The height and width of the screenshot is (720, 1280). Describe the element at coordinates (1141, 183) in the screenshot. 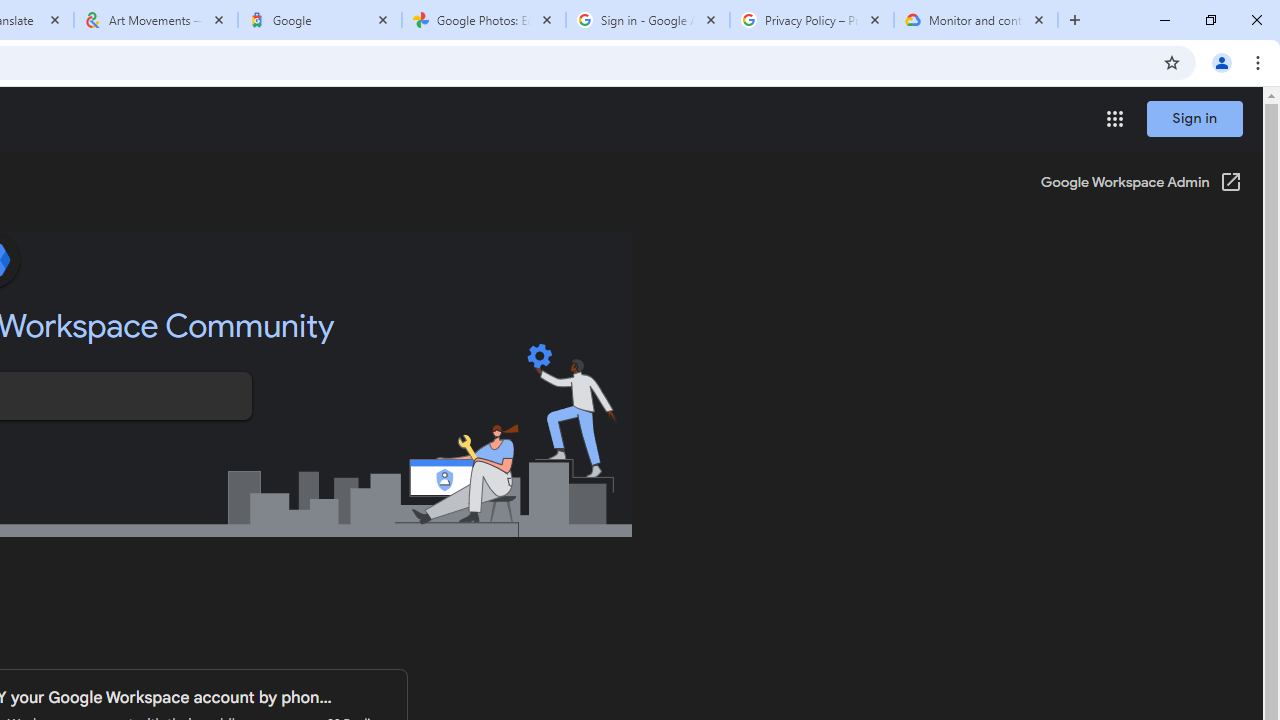

I see `'Google Workspace Admin (Open in a new window)'` at that location.